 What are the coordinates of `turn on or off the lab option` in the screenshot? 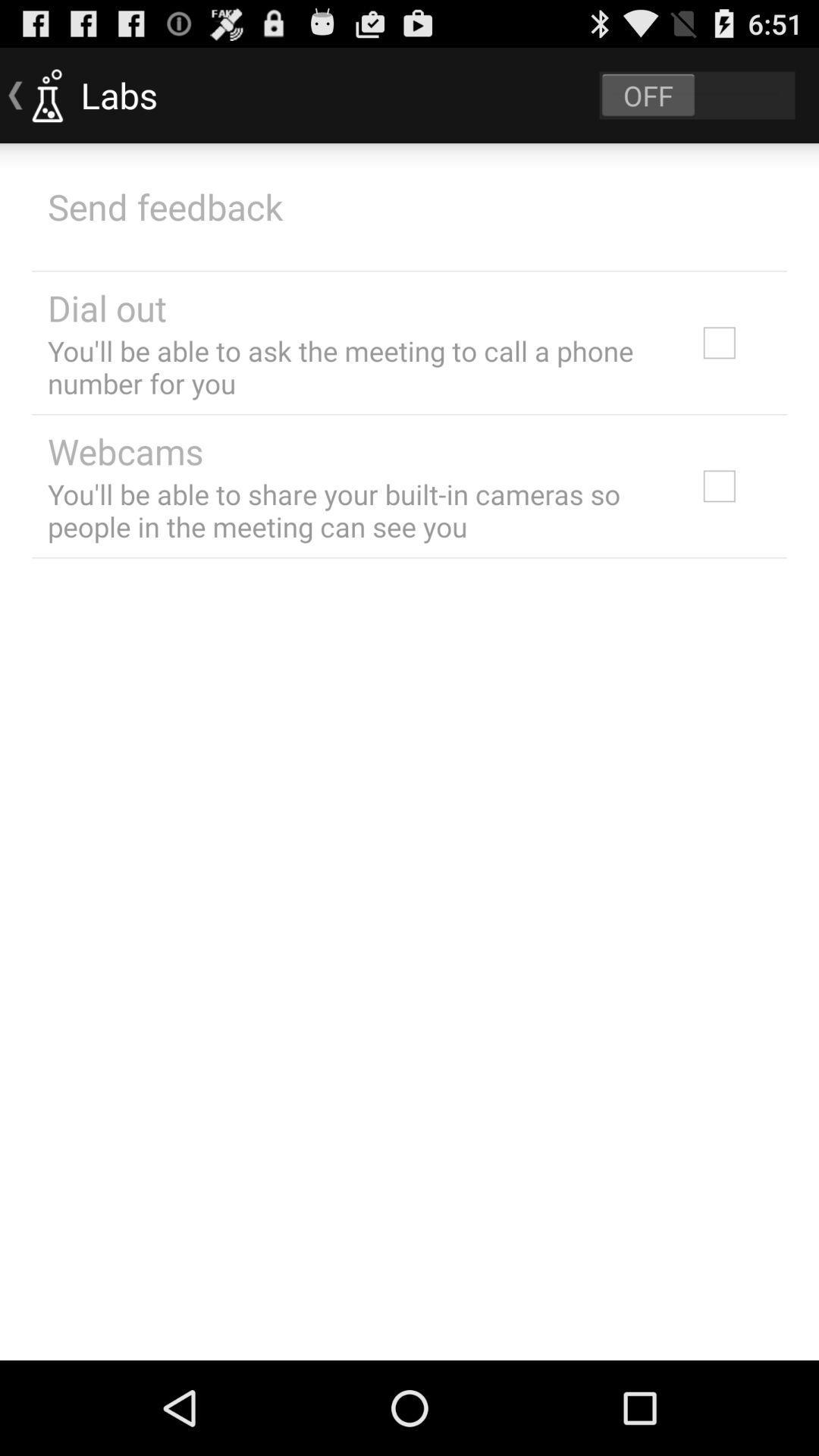 It's located at (697, 94).